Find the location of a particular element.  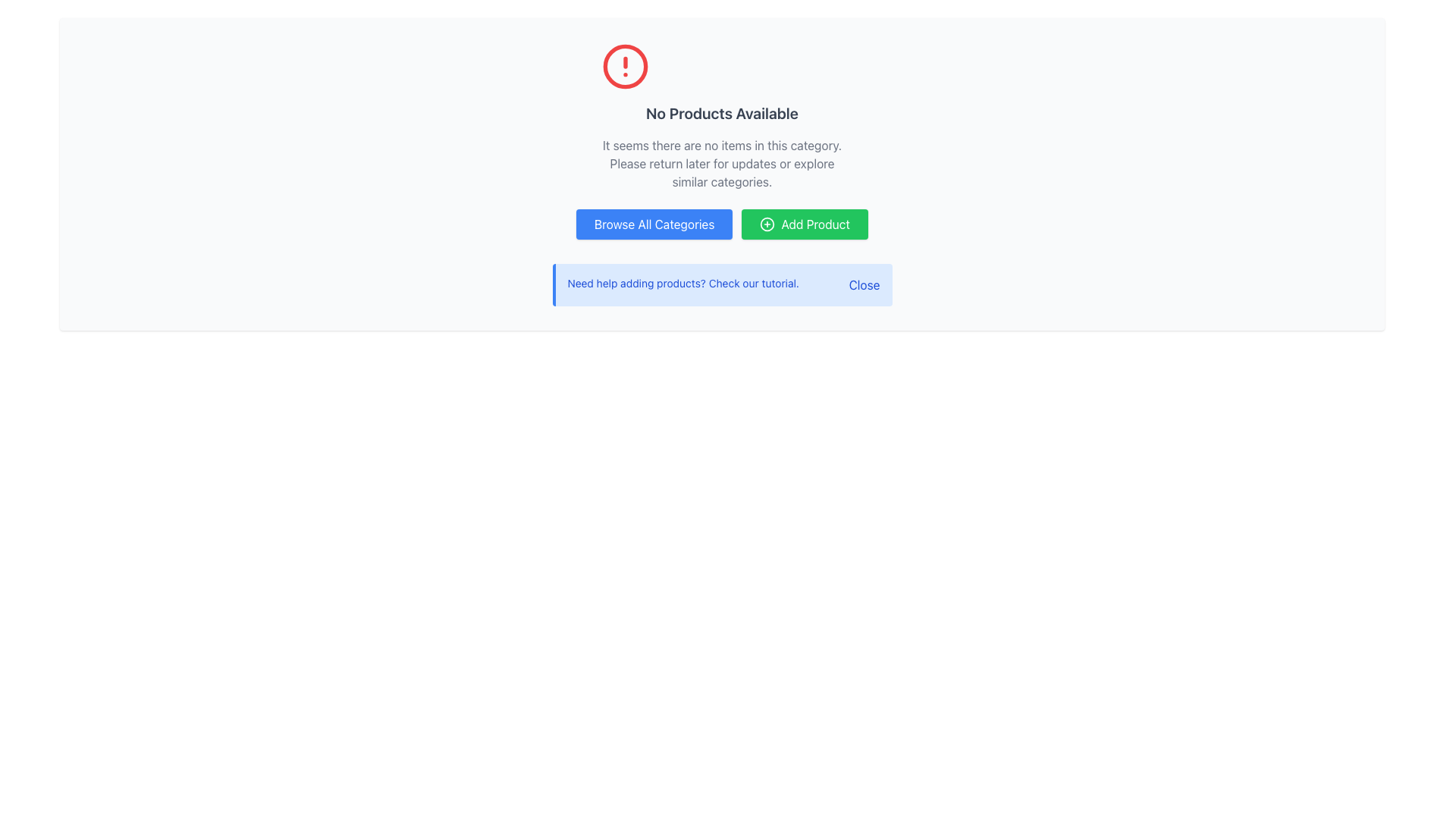

the Text Content Block that displays a notification about the unavailability of items, positioned below the heading 'No Products Available' is located at coordinates (721, 164).